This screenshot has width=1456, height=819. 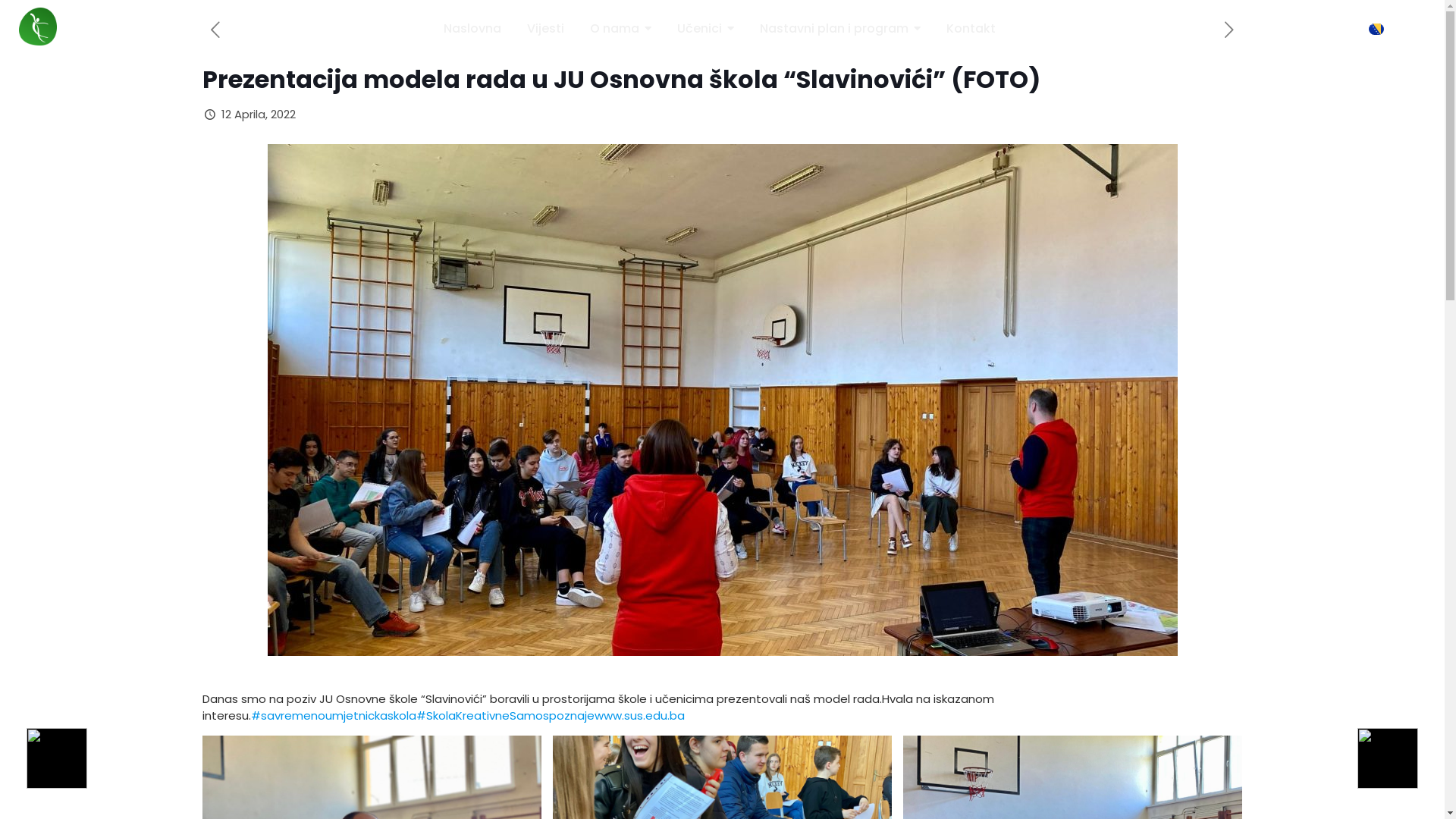 I want to click on 'Vijesti', so click(x=527, y=29).